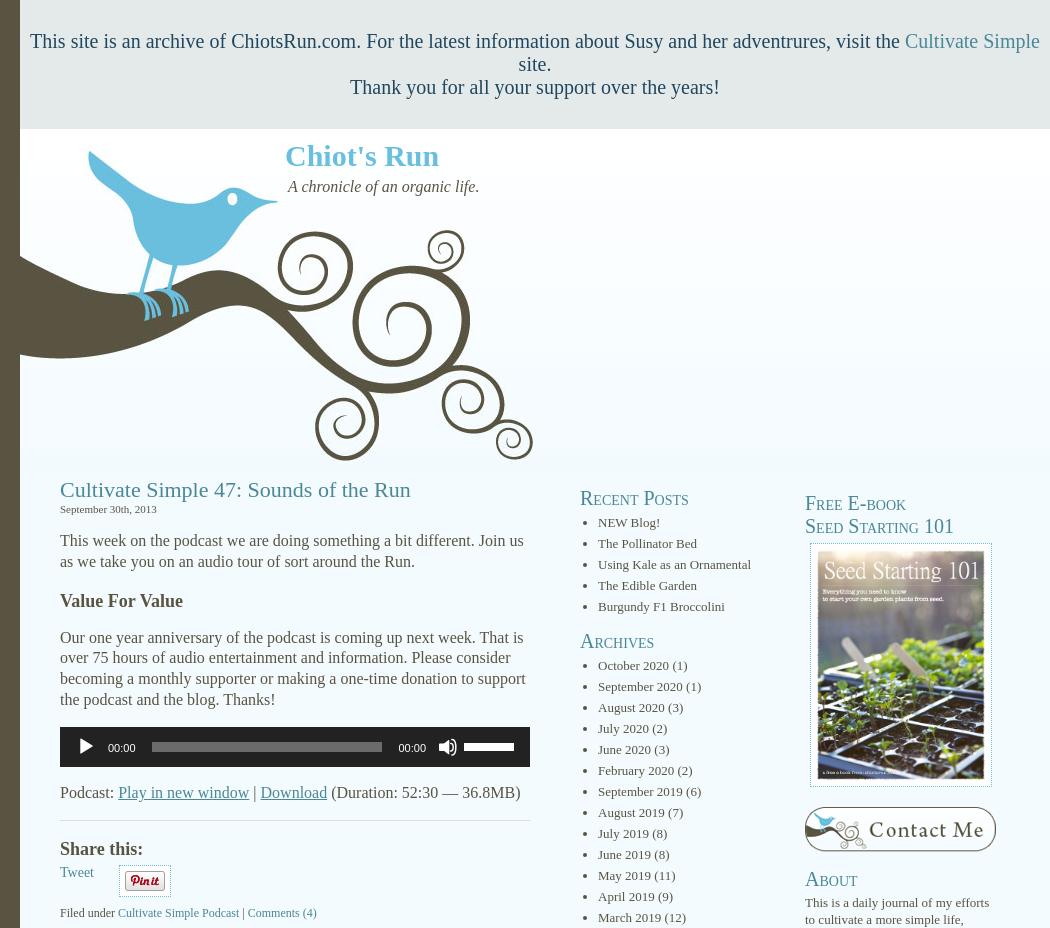 The width and height of the screenshot is (1050, 928). Describe the element at coordinates (638, 686) in the screenshot. I see `'September 2020'` at that location.